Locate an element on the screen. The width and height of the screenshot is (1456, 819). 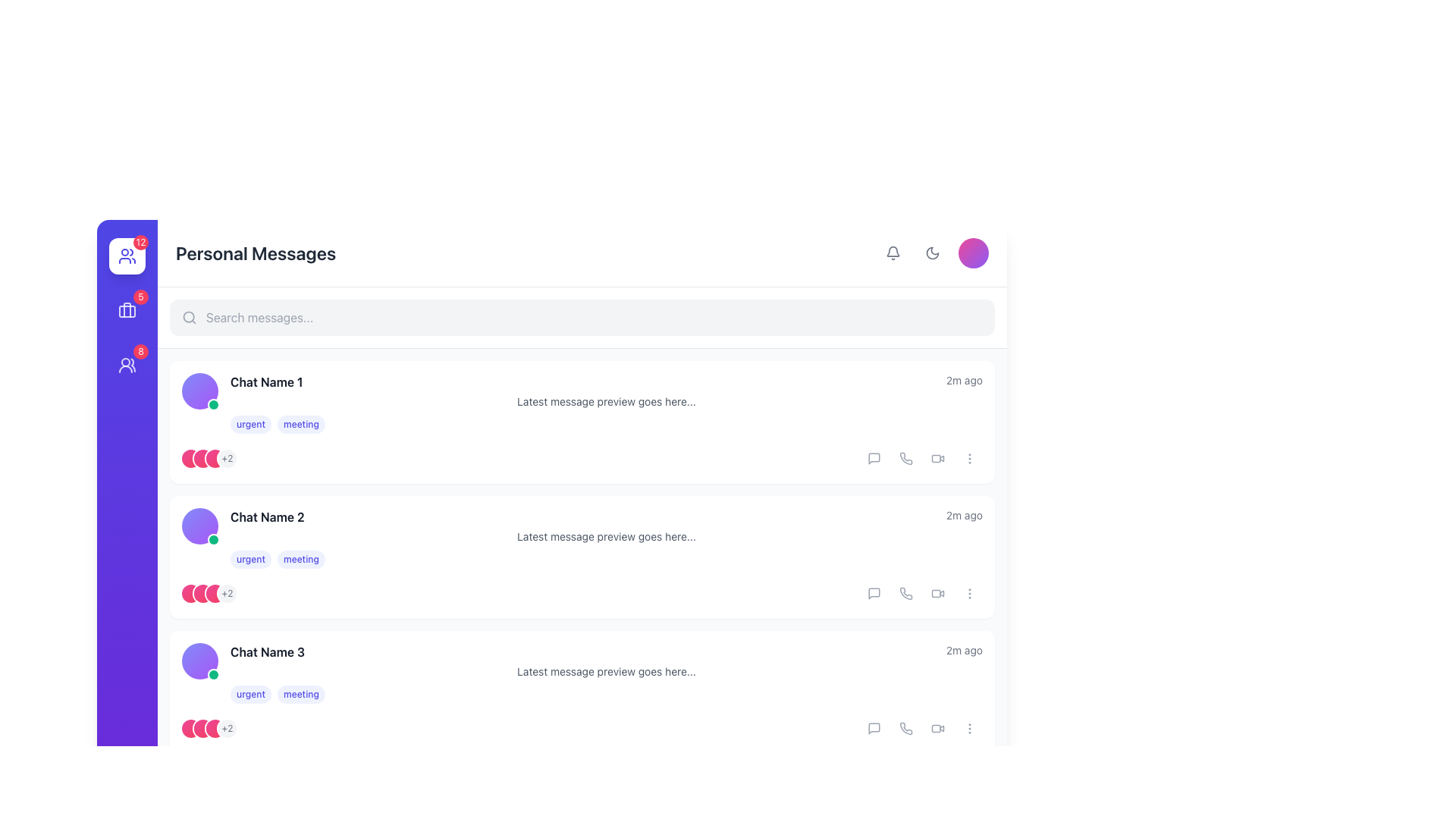
the search icon located at the left edge of the search input field, which represents the search functionality is located at coordinates (188, 317).